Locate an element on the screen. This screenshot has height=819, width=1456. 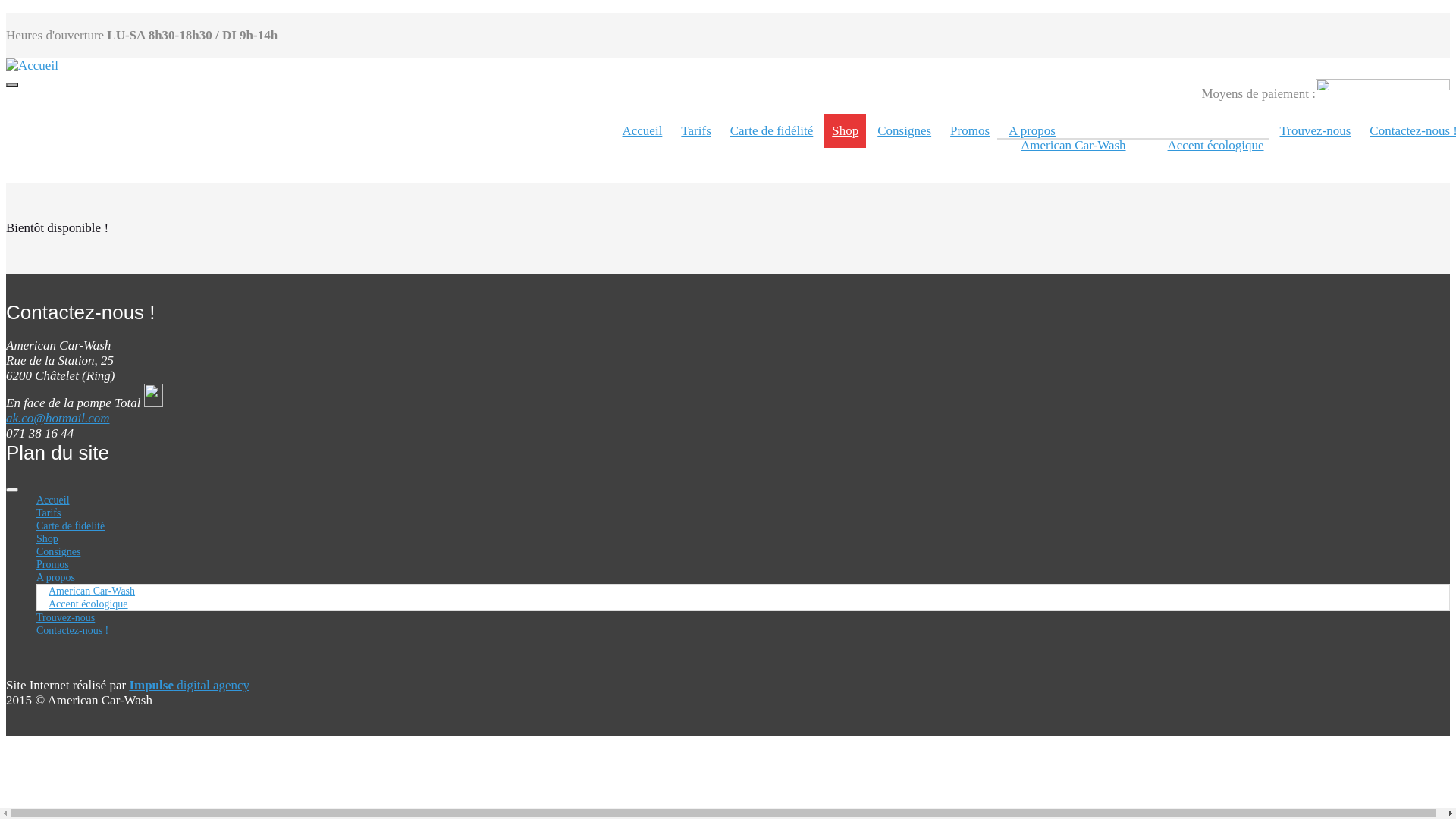
'American Car-Wash' is located at coordinates (90, 590).